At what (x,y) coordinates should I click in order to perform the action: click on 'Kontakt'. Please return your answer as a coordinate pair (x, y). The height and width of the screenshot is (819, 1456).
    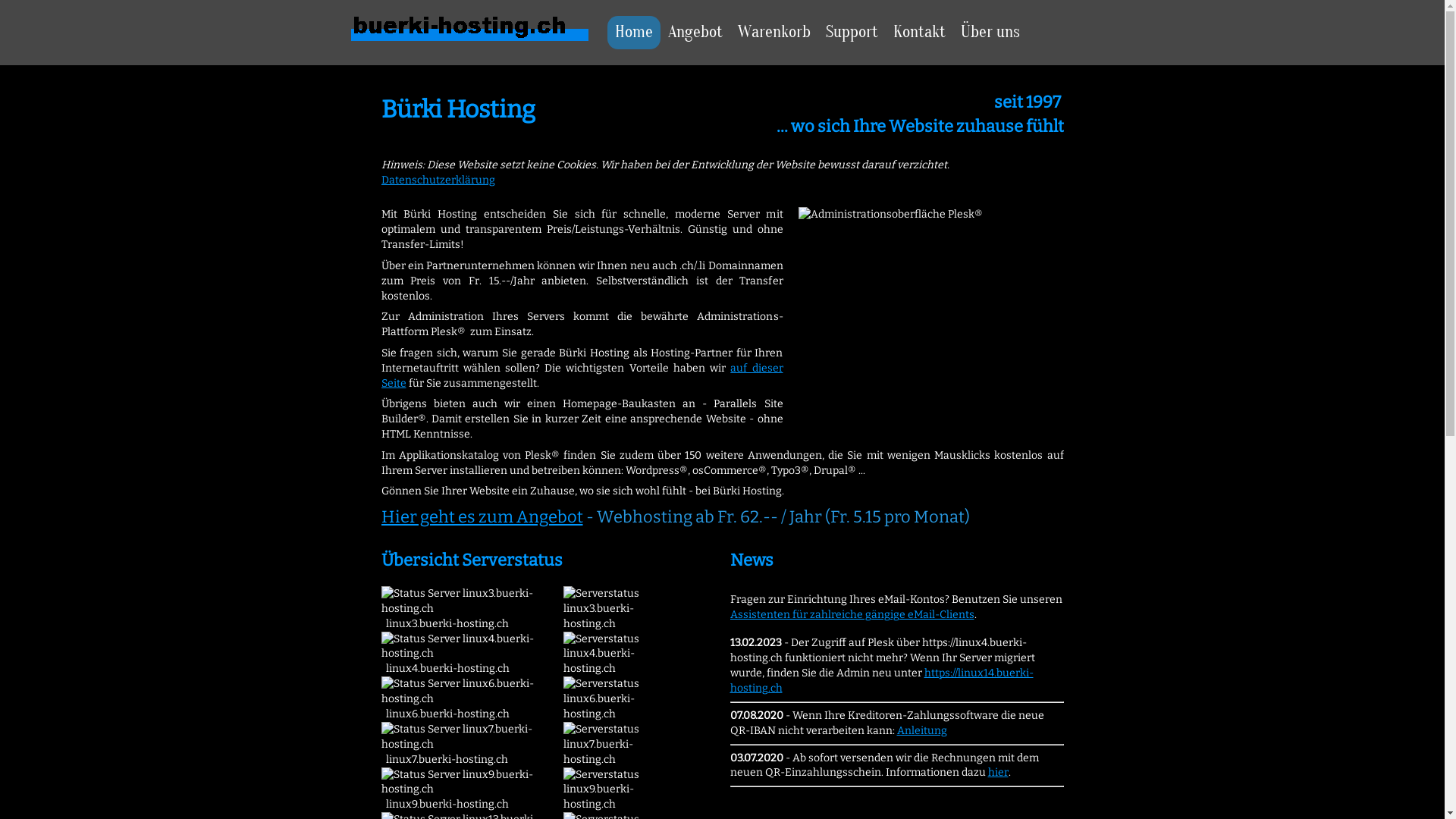
    Looking at the image, I should click on (918, 32).